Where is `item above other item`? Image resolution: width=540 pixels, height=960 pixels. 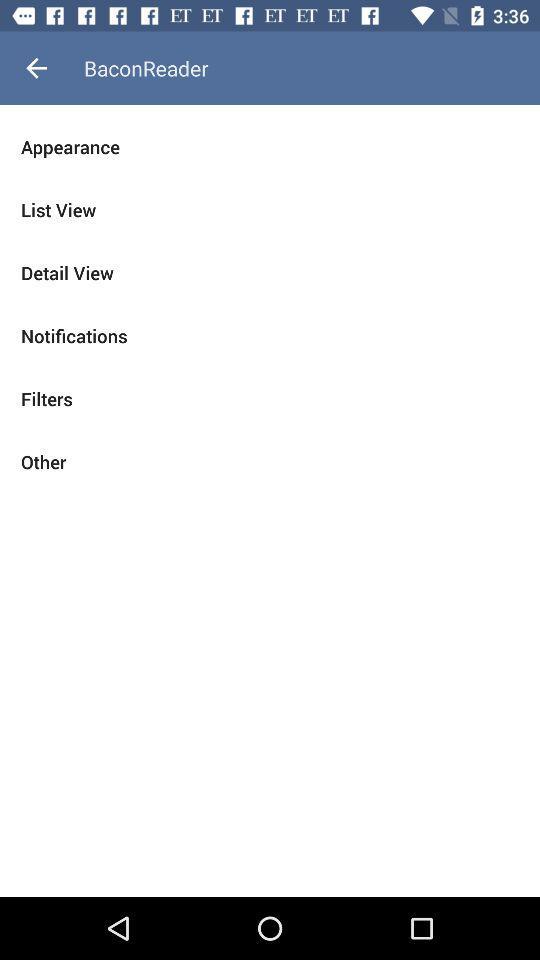 item above other item is located at coordinates (270, 397).